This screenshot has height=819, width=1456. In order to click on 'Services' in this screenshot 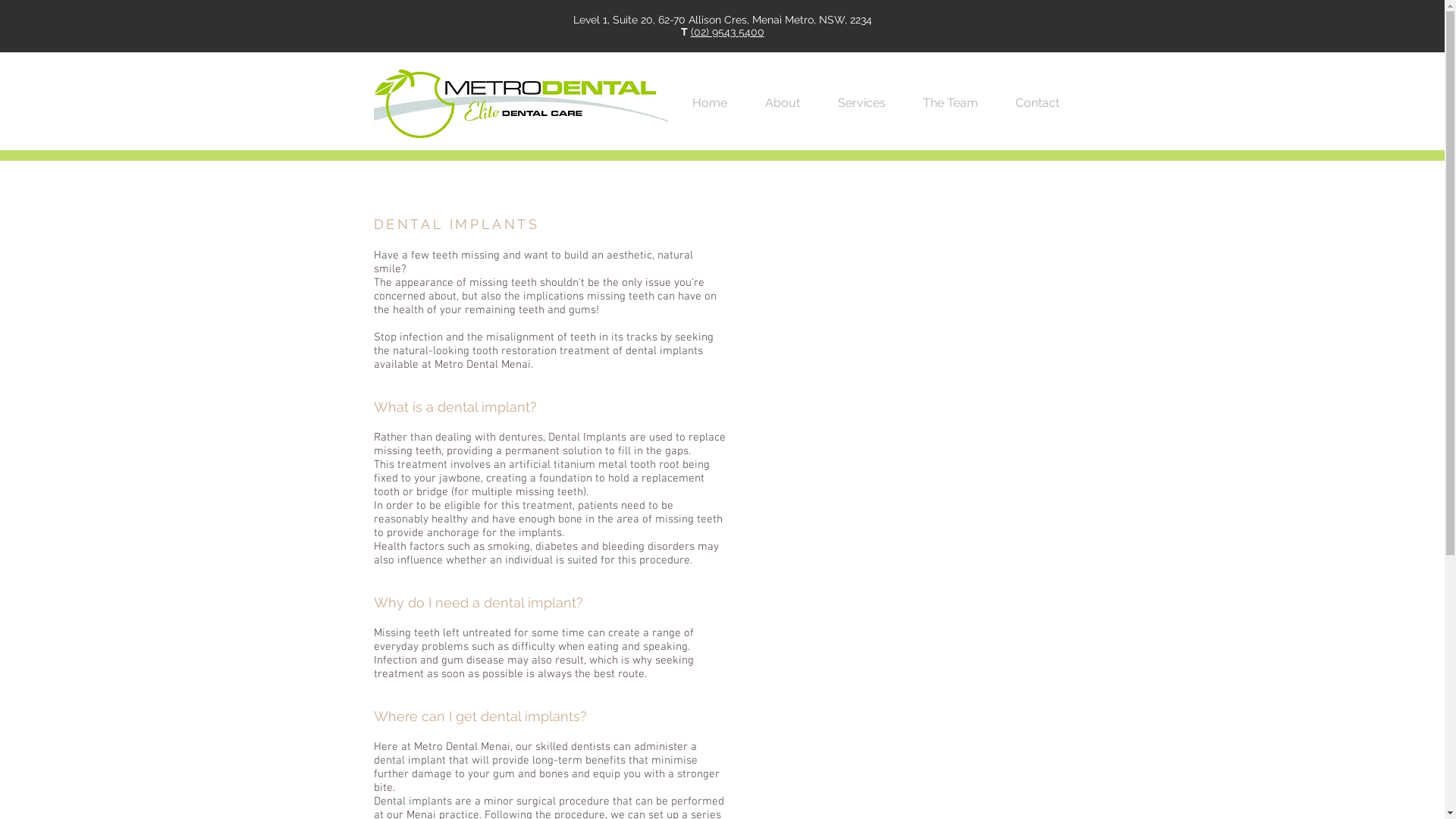, I will do `click(829, 102)`.